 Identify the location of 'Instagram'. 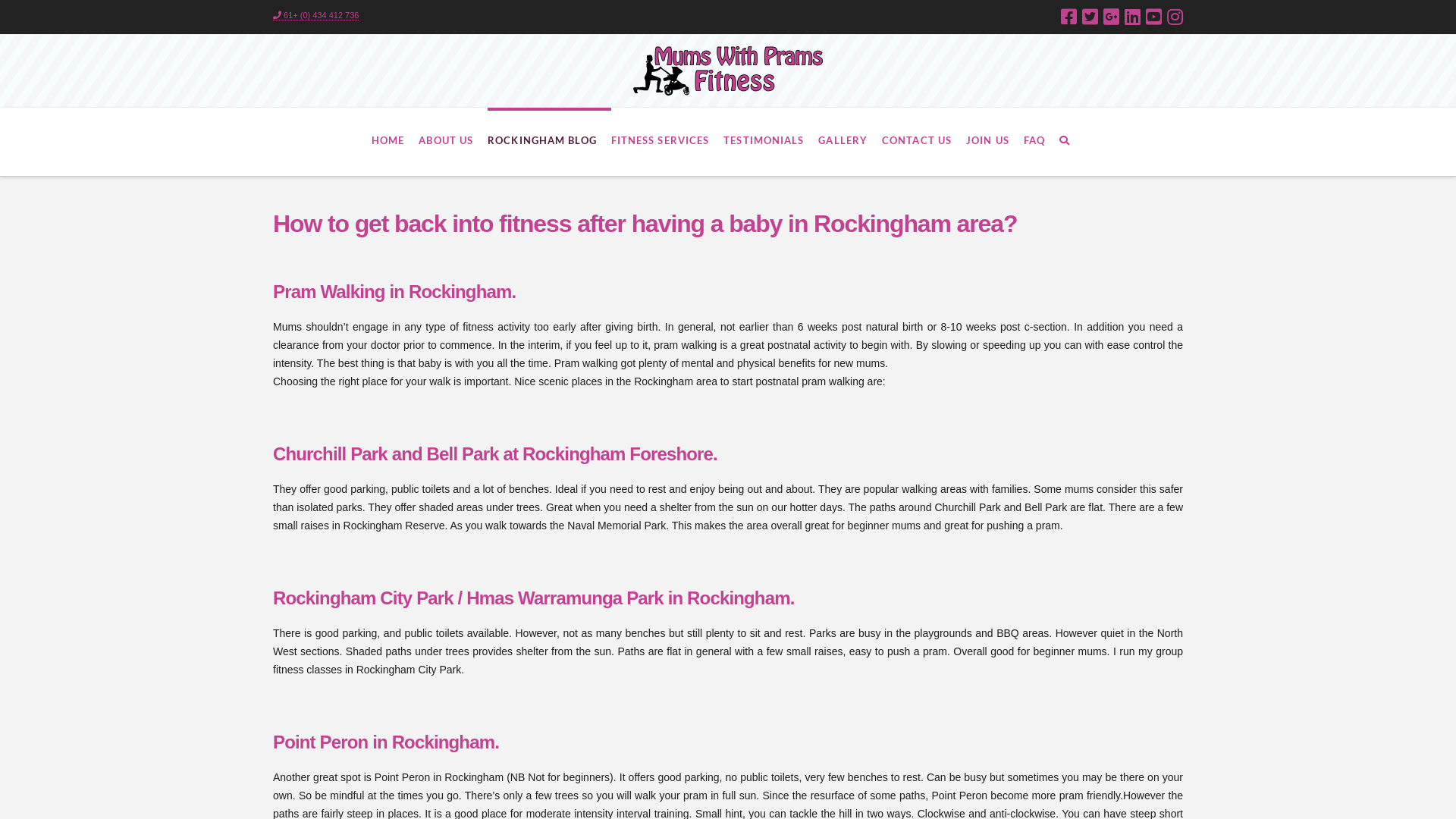
(1174, 17).